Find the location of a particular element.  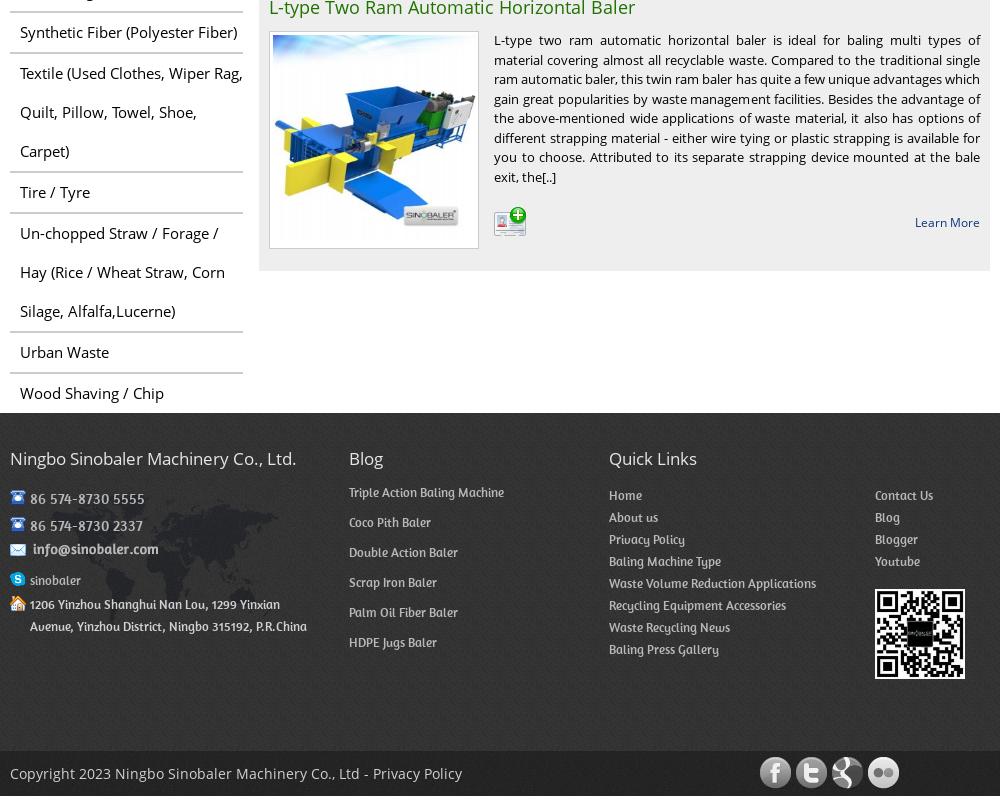

'sinobaler' is located at coordinates (55, 580).